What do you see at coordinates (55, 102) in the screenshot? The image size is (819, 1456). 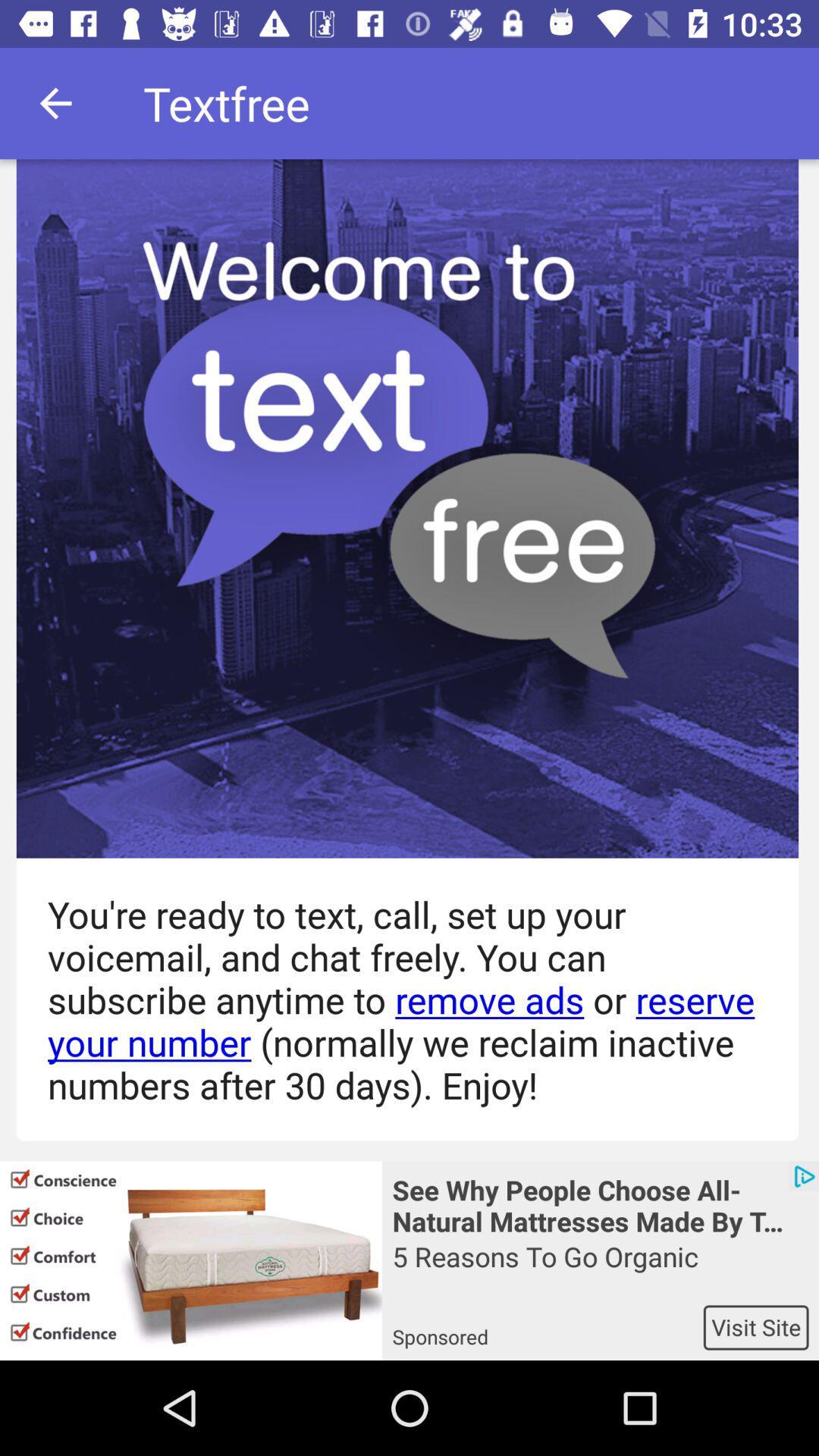 I see `the icon to the left of the textfree` at bounding box center [55, 102].